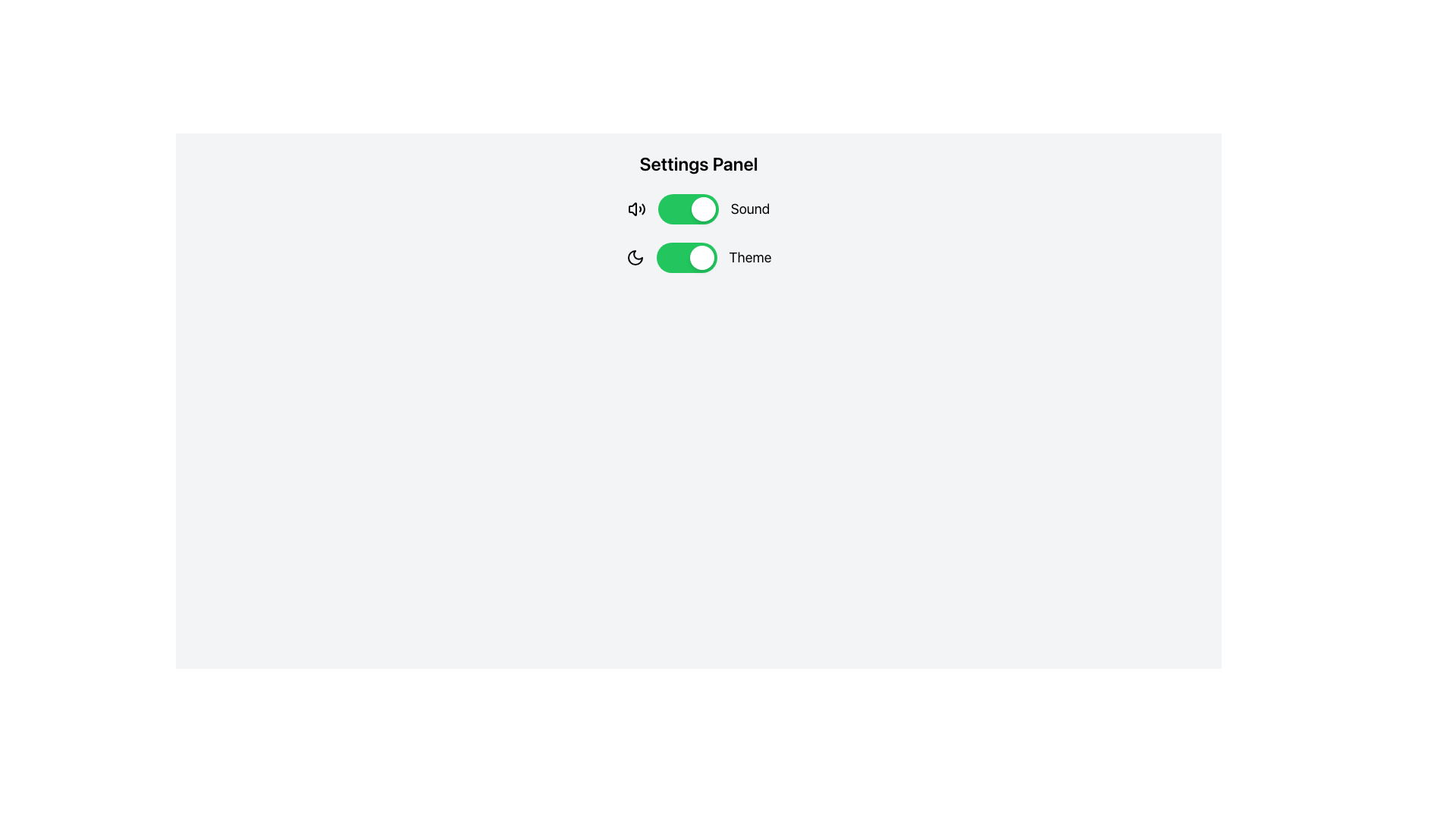 This screenshot has width=1456, height=819. I want to click on the crescent moon shaped icon in the bottom row of the 'Settings Panel', located next to the label 'Theme', so click(635, 256).